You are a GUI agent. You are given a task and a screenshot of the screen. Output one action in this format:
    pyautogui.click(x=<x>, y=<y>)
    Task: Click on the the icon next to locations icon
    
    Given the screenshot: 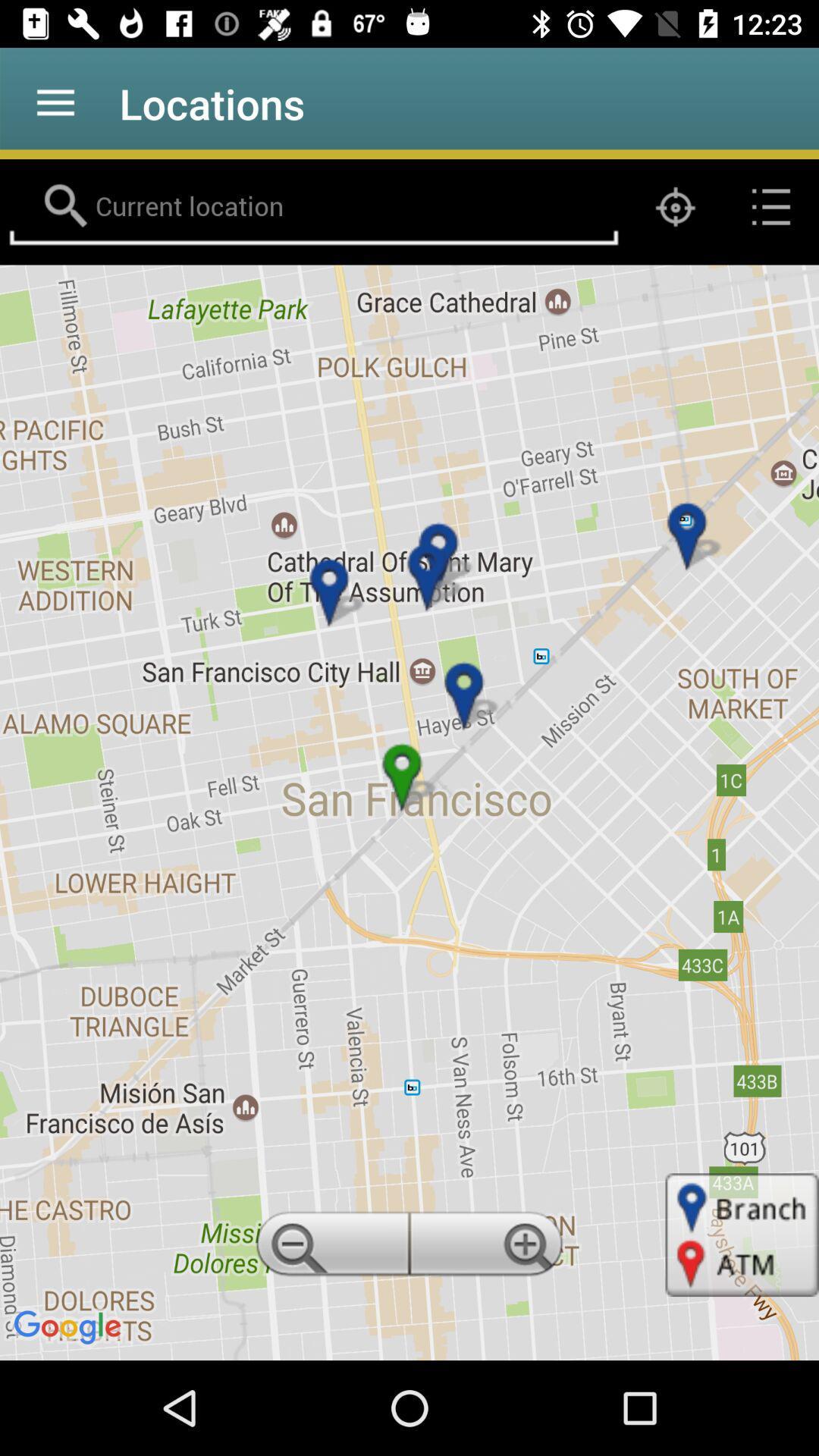 What is the action you would take?
    pyautogui.click(x=55, y=102)
    